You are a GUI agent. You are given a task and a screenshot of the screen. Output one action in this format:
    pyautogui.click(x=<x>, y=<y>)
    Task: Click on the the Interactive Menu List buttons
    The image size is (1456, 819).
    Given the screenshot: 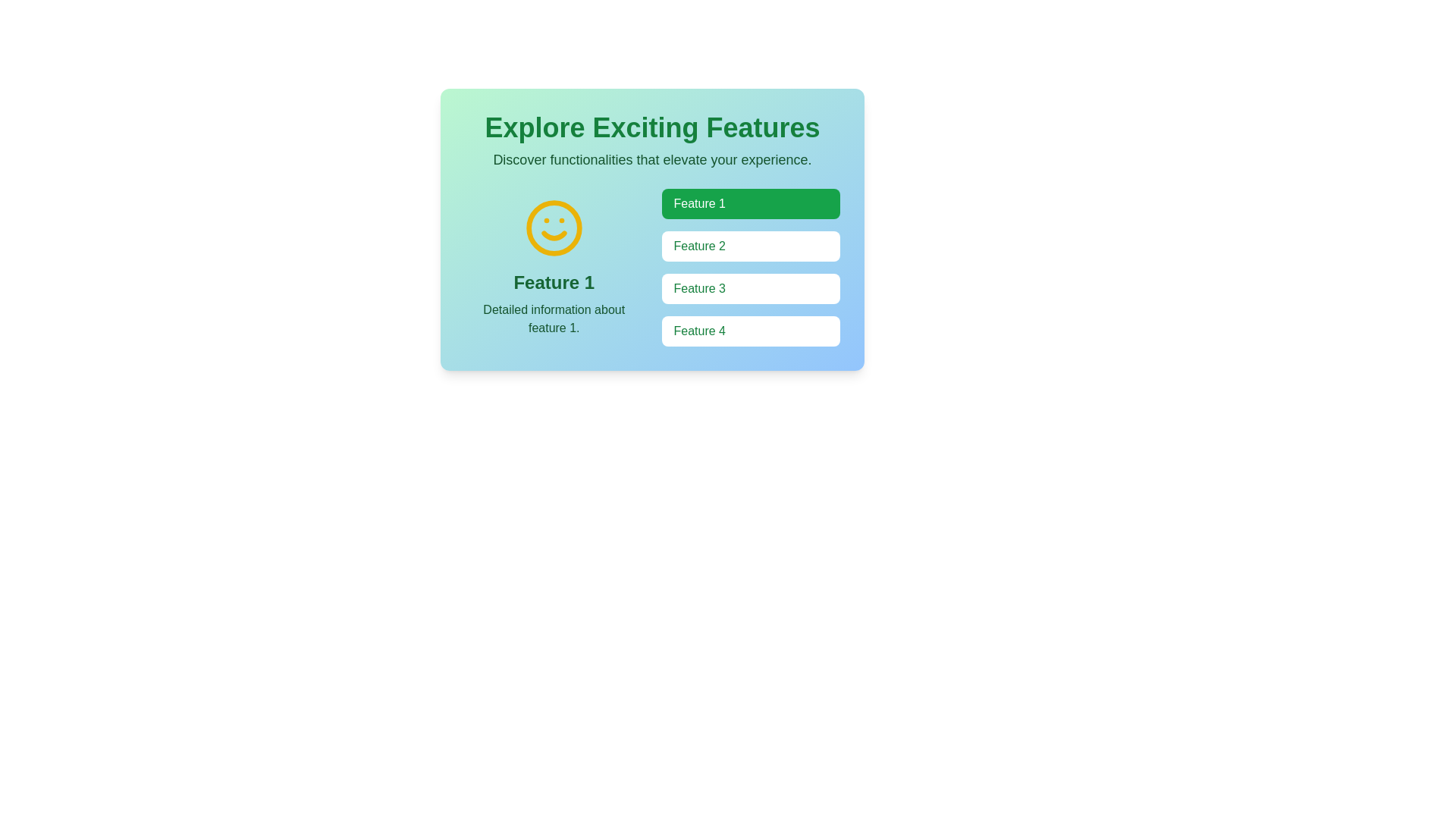 What is the action you would take?
    pyautogui.click(x=751, y=267)
    